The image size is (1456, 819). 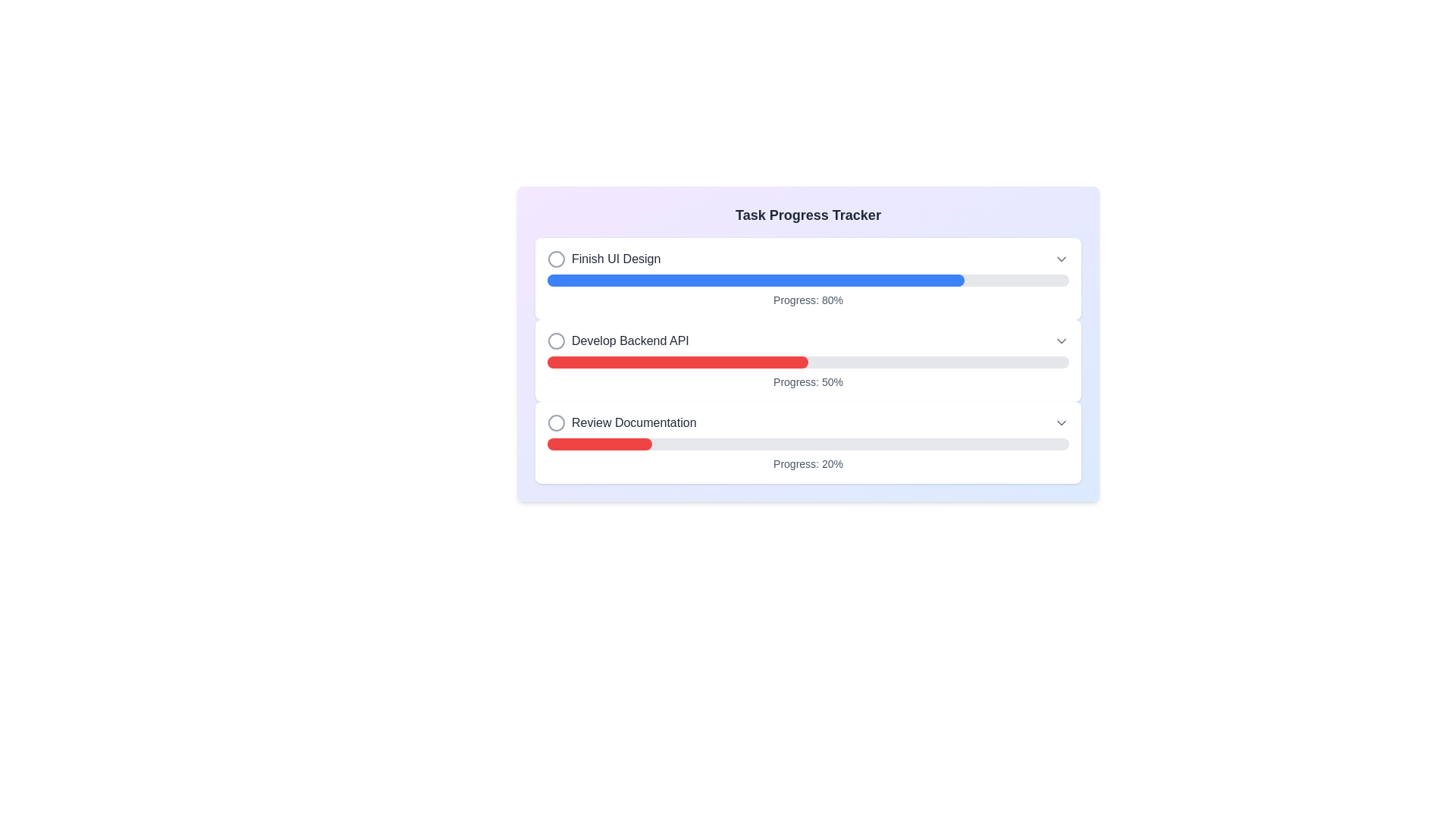 What do you see at coordinates (807, 444) in the screenshot?
I see `the progress bar indicating the completion state of the 'Review Documentation' task, which shows it is 20% complete, located below the task title and near the text 'Progress: 20%.'` at bounding box center [807, 444].